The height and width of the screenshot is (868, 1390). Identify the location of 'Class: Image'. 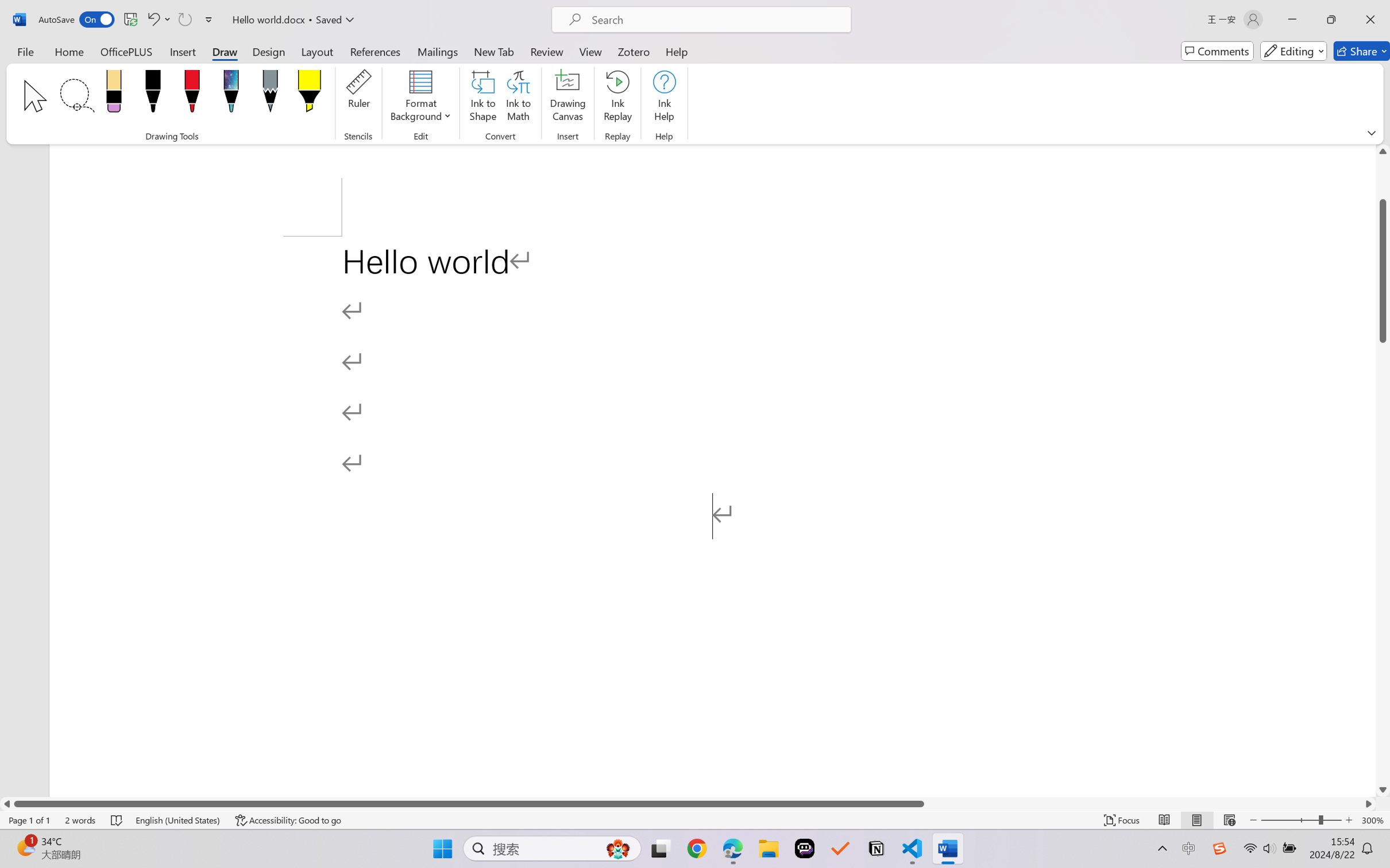
(1219, 848).